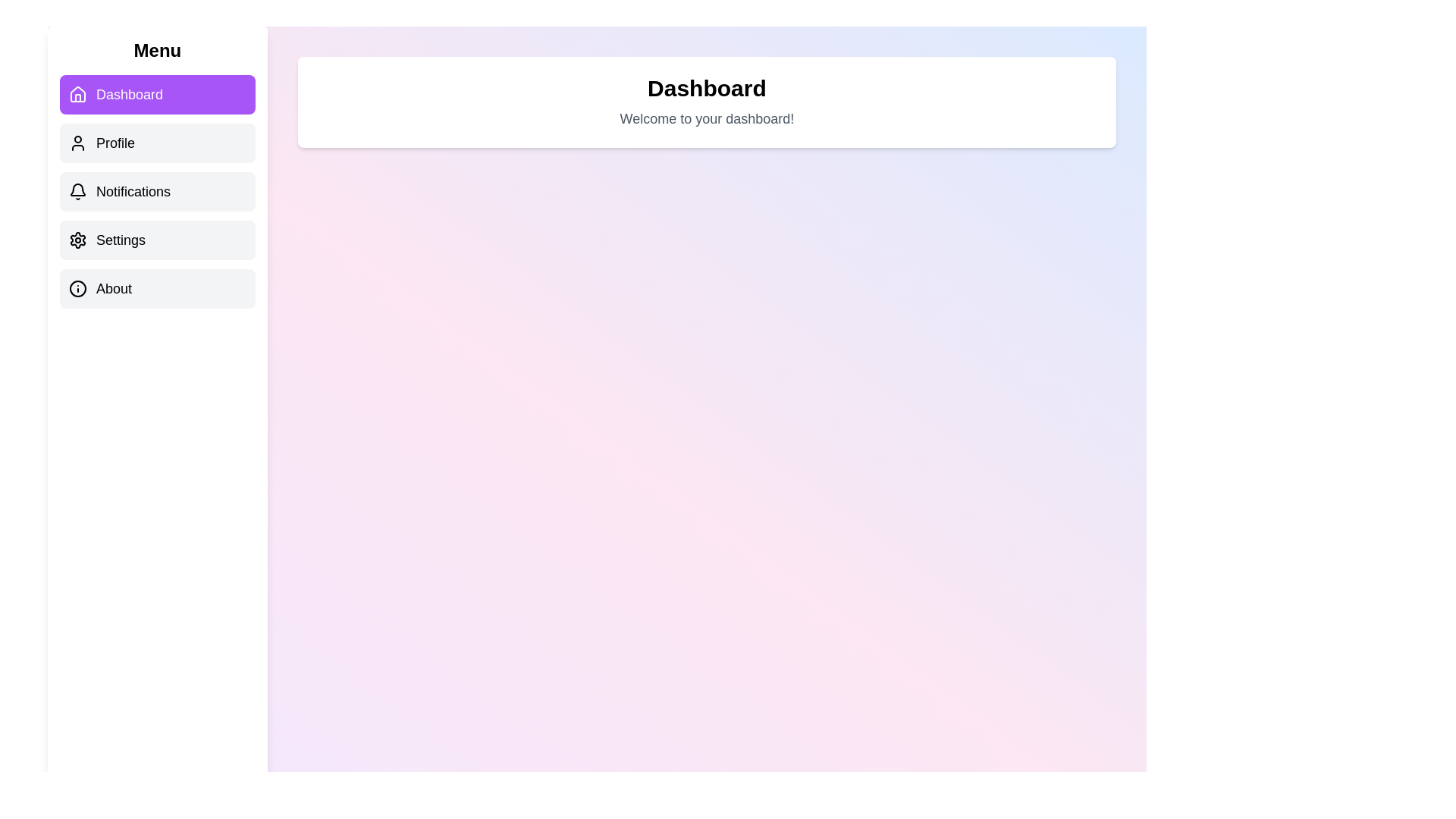  Describe the element at coordinates (157, 239) in the screenshot. I see `the menu item Settings to view its content` at that location.